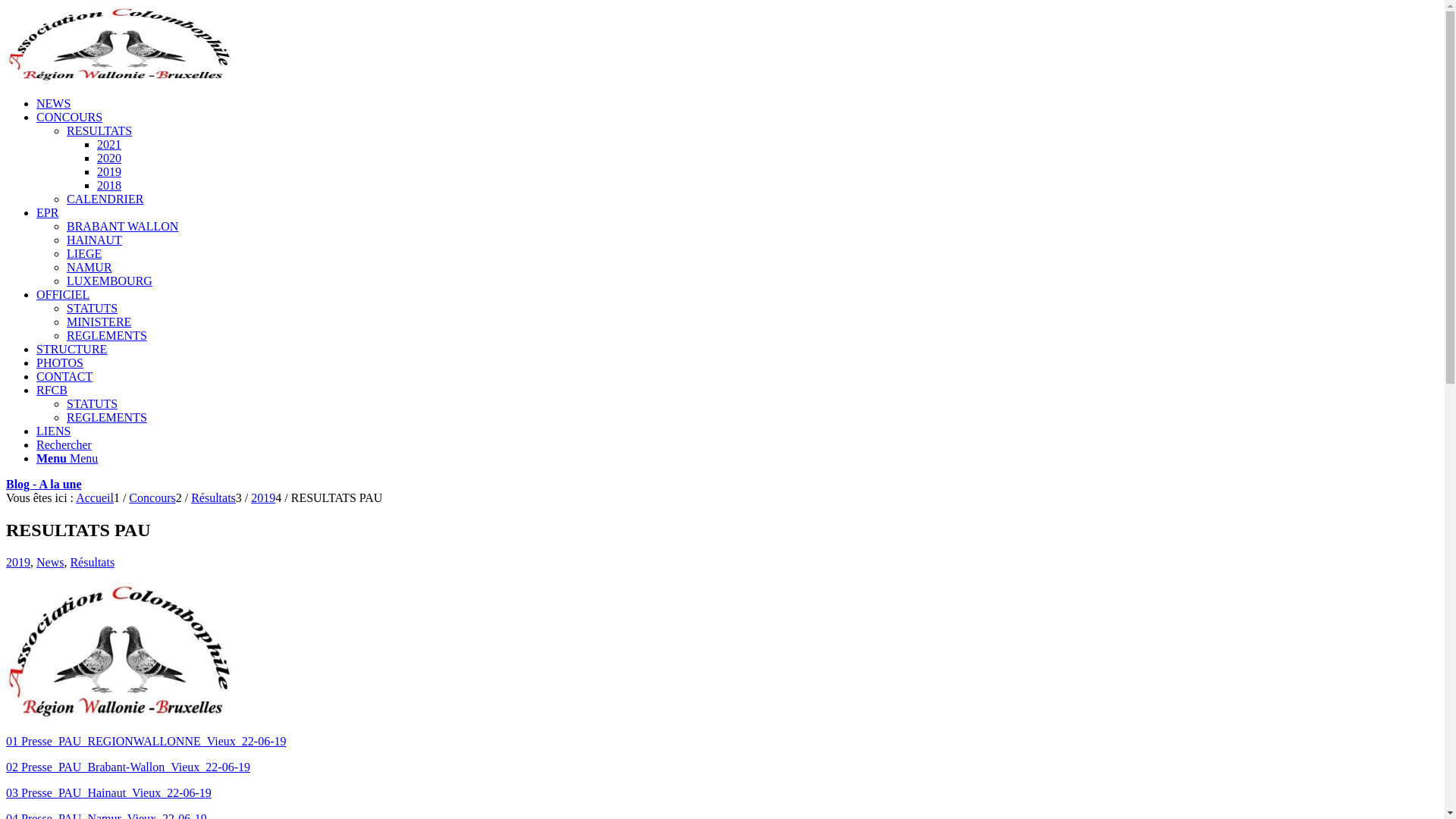  Describe the element at coordinates (152, 497) in the screenshot. I see `'Concours'` at that location.